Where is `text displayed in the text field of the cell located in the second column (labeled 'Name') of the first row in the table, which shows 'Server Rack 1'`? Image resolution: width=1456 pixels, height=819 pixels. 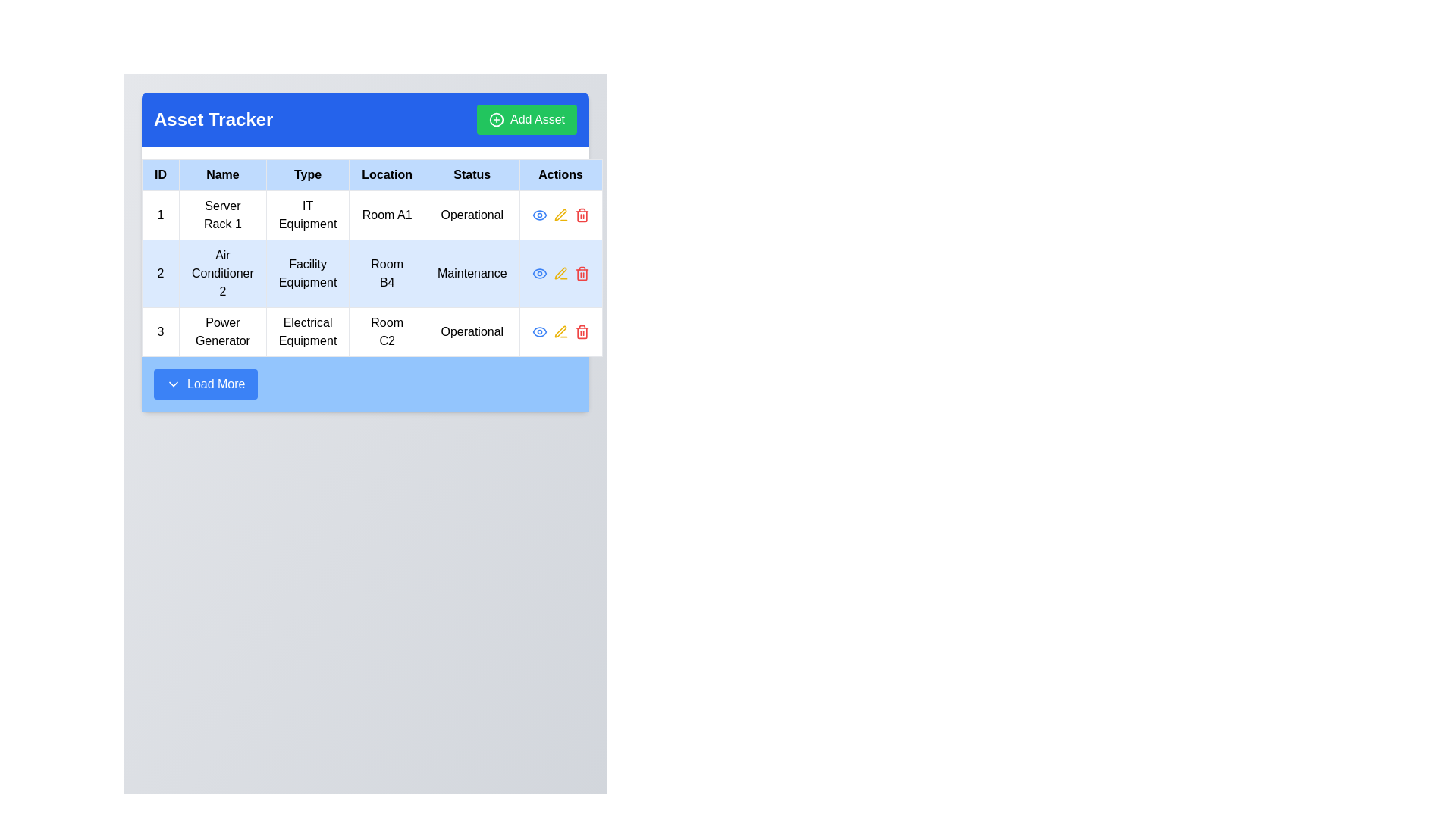
text displayed in the text field of the cell located in the second column (labeled 'Name') of the first row in the table, which shows 'Server Rack 1' is located at coordinates (221, 215).